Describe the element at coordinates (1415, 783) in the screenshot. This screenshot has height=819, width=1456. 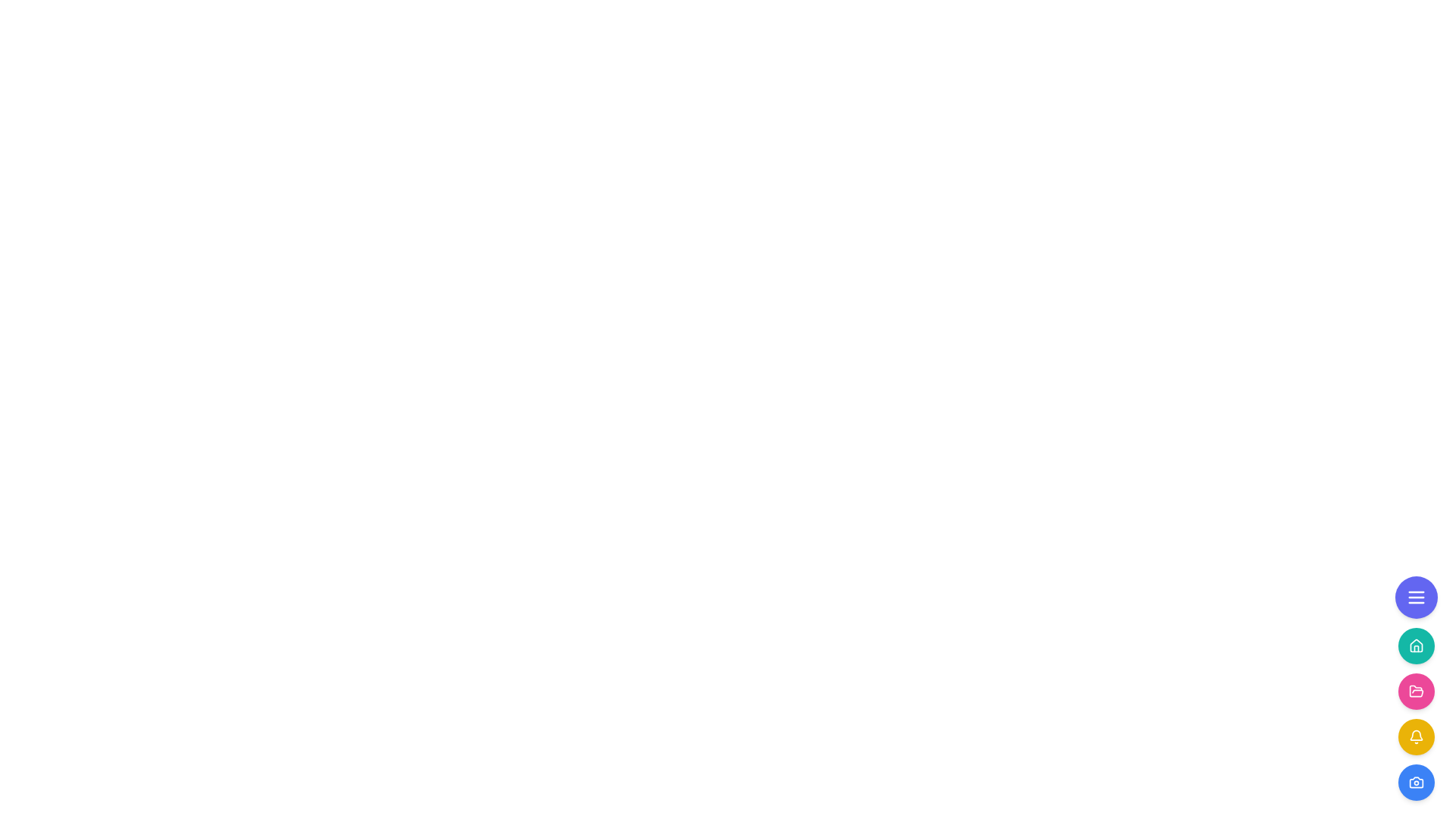
I see `the camera icon embedded in the circular button located at the bottom of the vertical navigation bar` at that location.